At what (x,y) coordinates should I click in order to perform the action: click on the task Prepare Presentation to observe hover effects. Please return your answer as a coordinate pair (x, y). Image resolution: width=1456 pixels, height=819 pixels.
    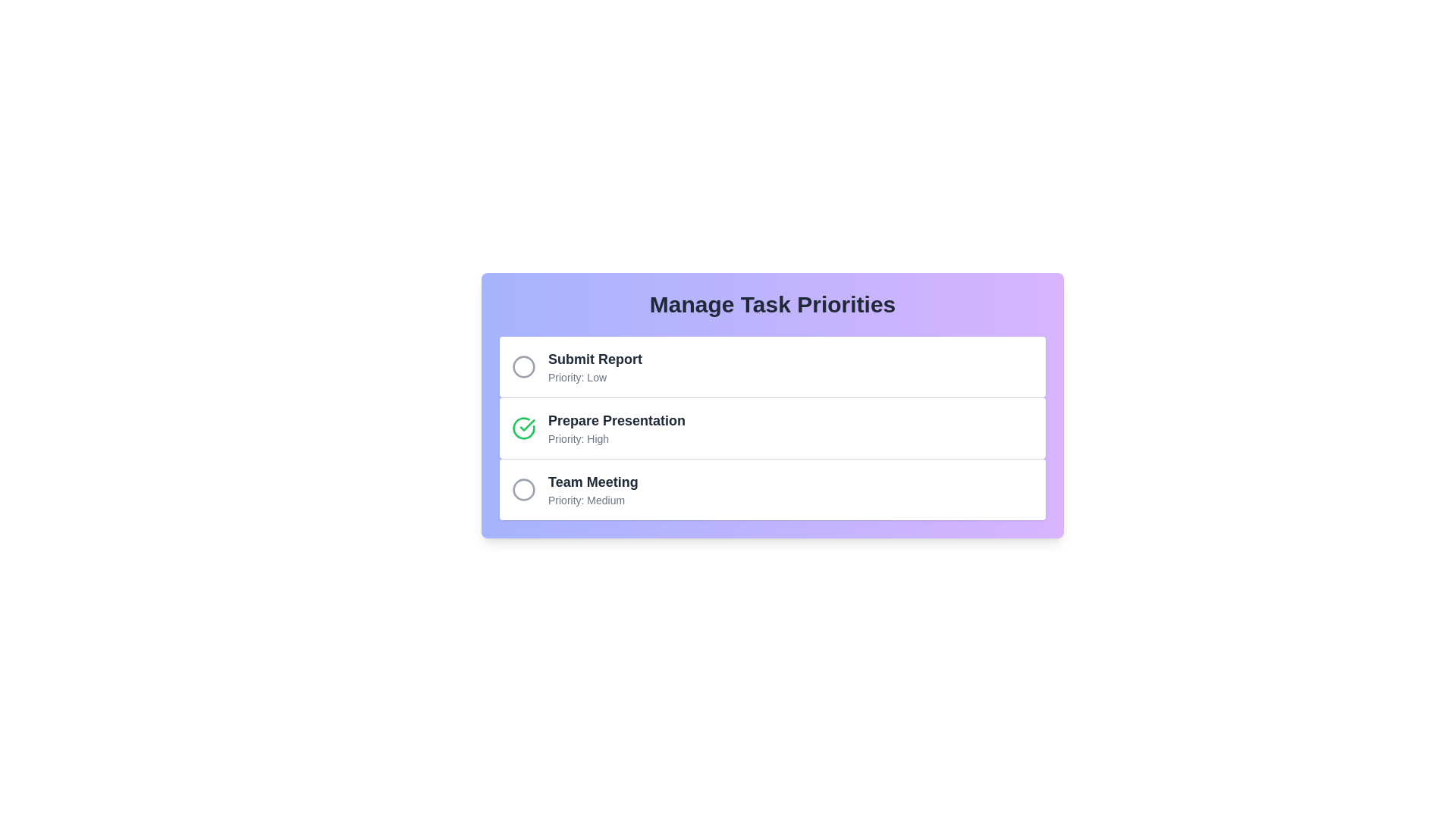
    Looking at the image, I should click on (524, 428).